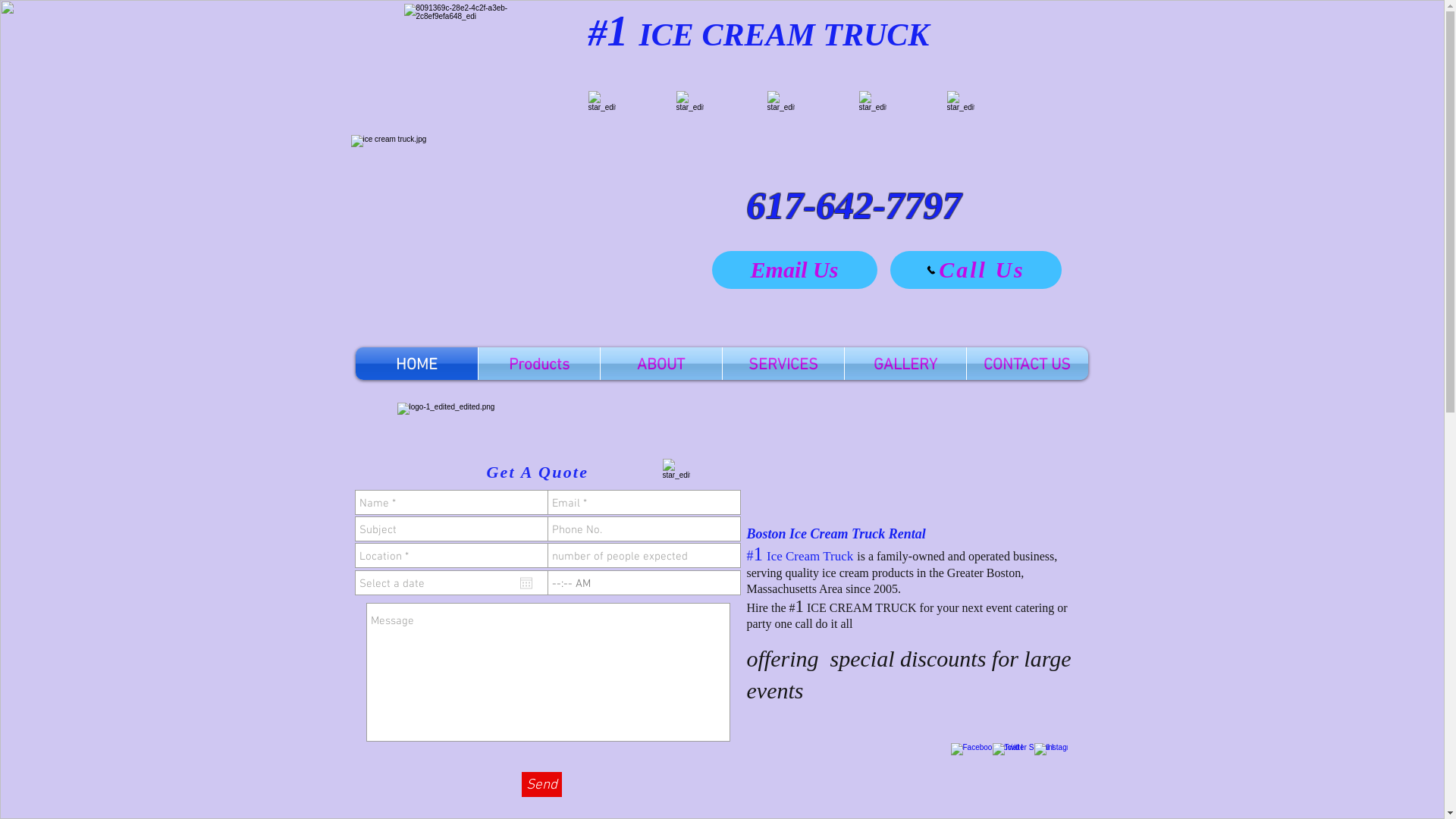 This screenshot has height=819, width=1456. Describe the element at coordinates (661, 363) in the screenshot. I see `'ABOUT'` at that location.